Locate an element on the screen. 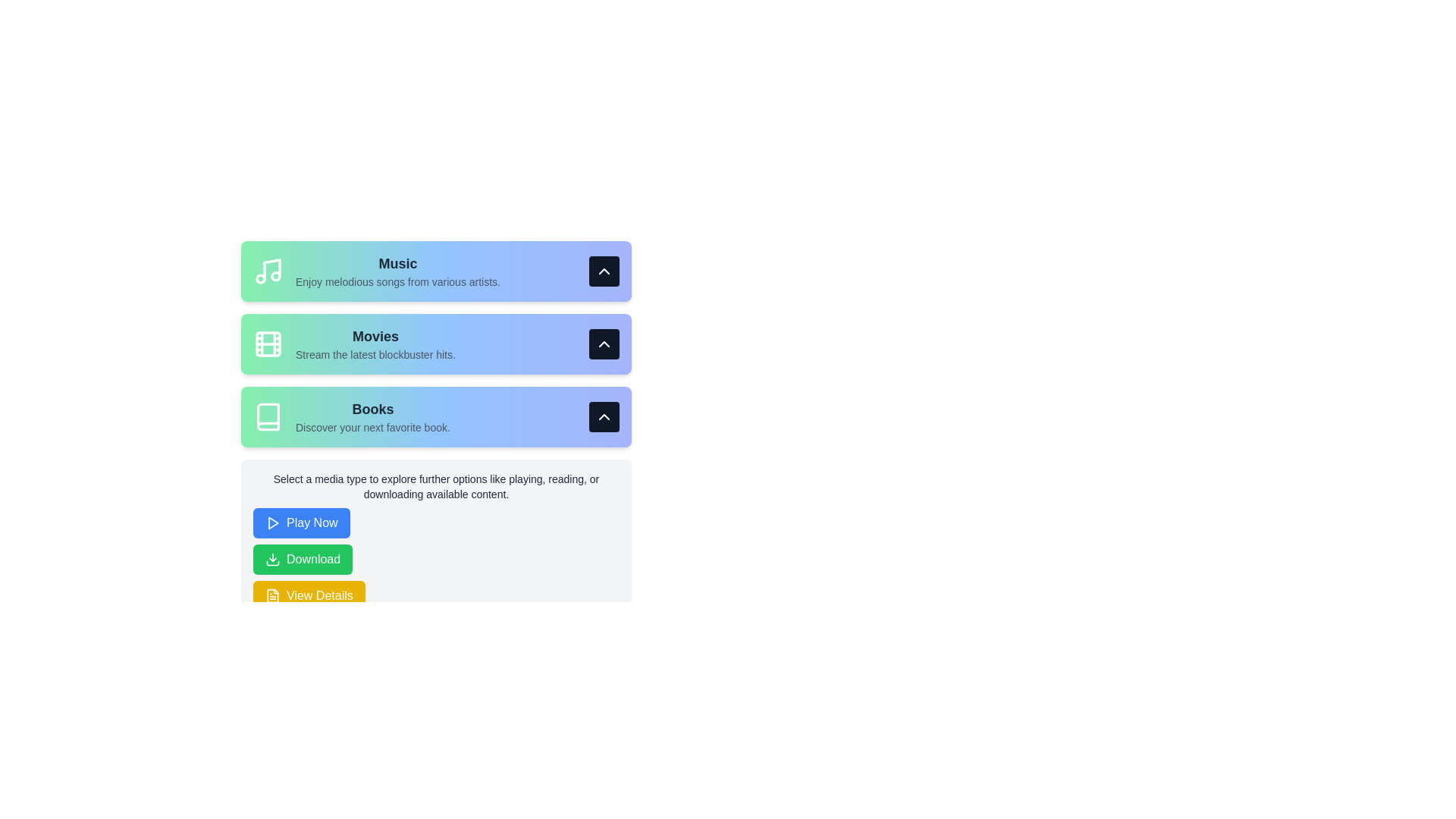  the static text label titled 'Movies', which serves as a section title indicating related content about movies is located at coordinates (375, 335).